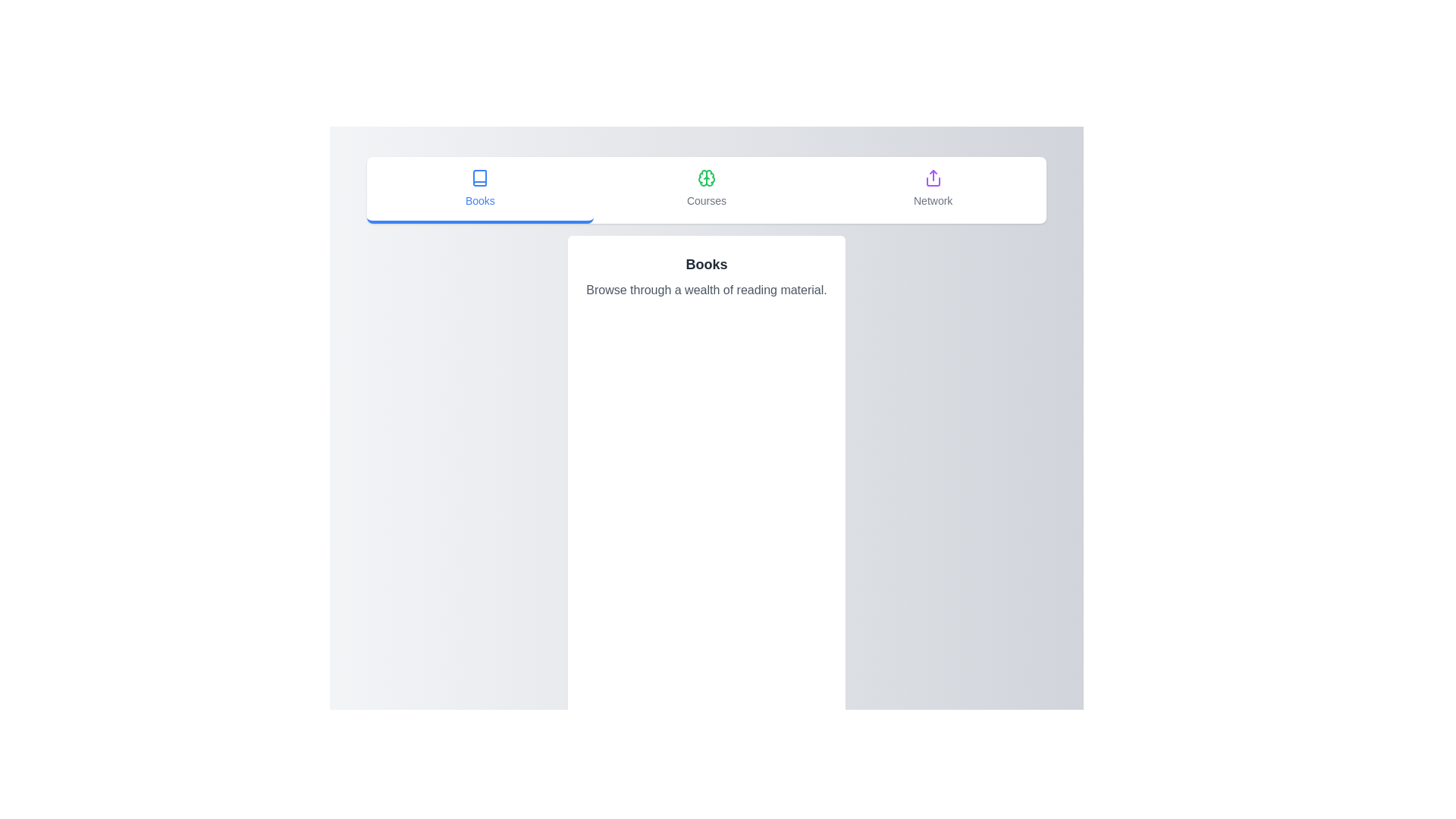  Describe the element at coordinates (705, 189) in the screenshot. I see `the tab labeled Courses` at that location.